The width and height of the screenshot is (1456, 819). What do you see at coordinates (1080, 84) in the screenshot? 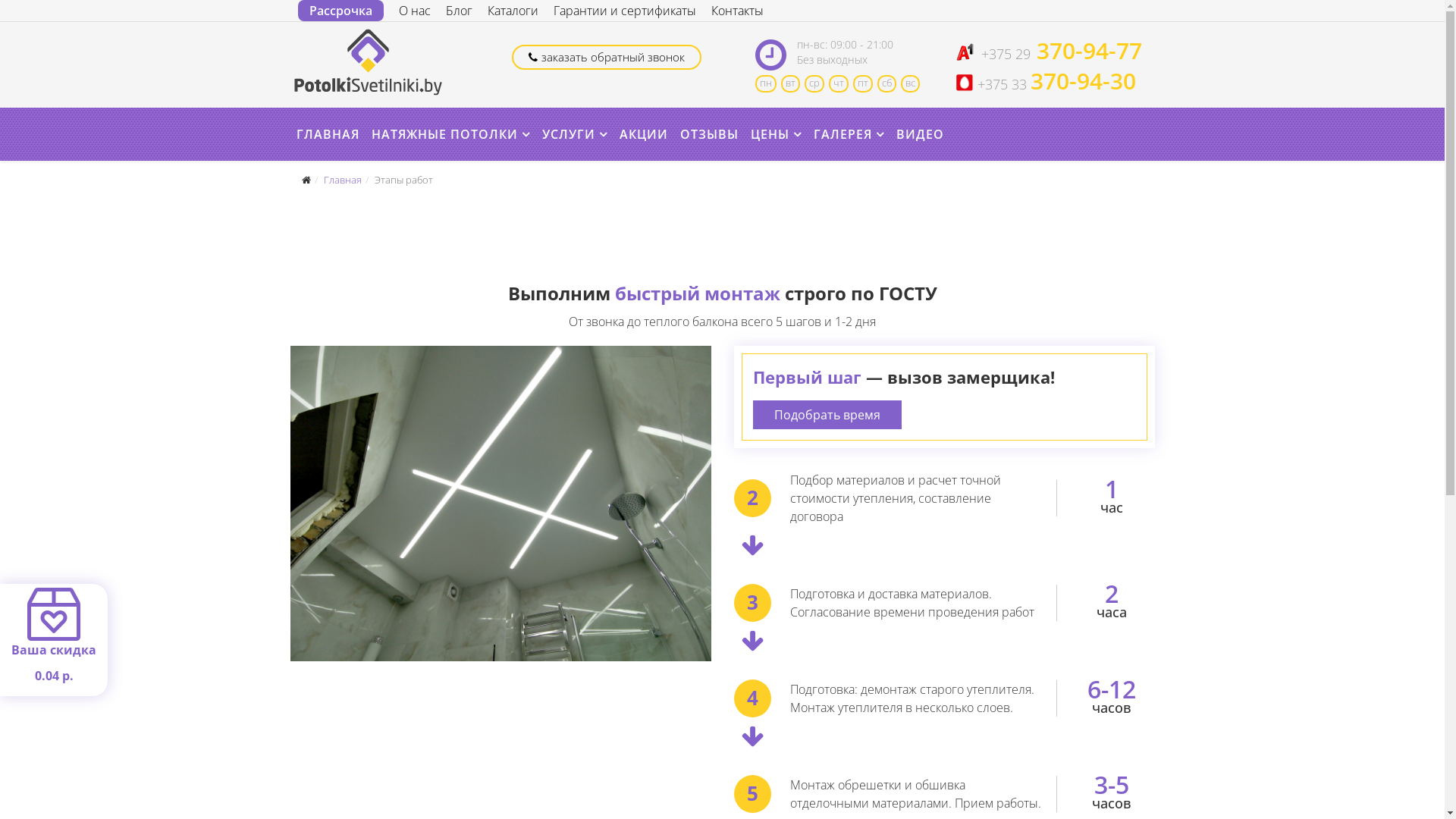
I see `'370-94-30'` at bounding box center [1080, 84].